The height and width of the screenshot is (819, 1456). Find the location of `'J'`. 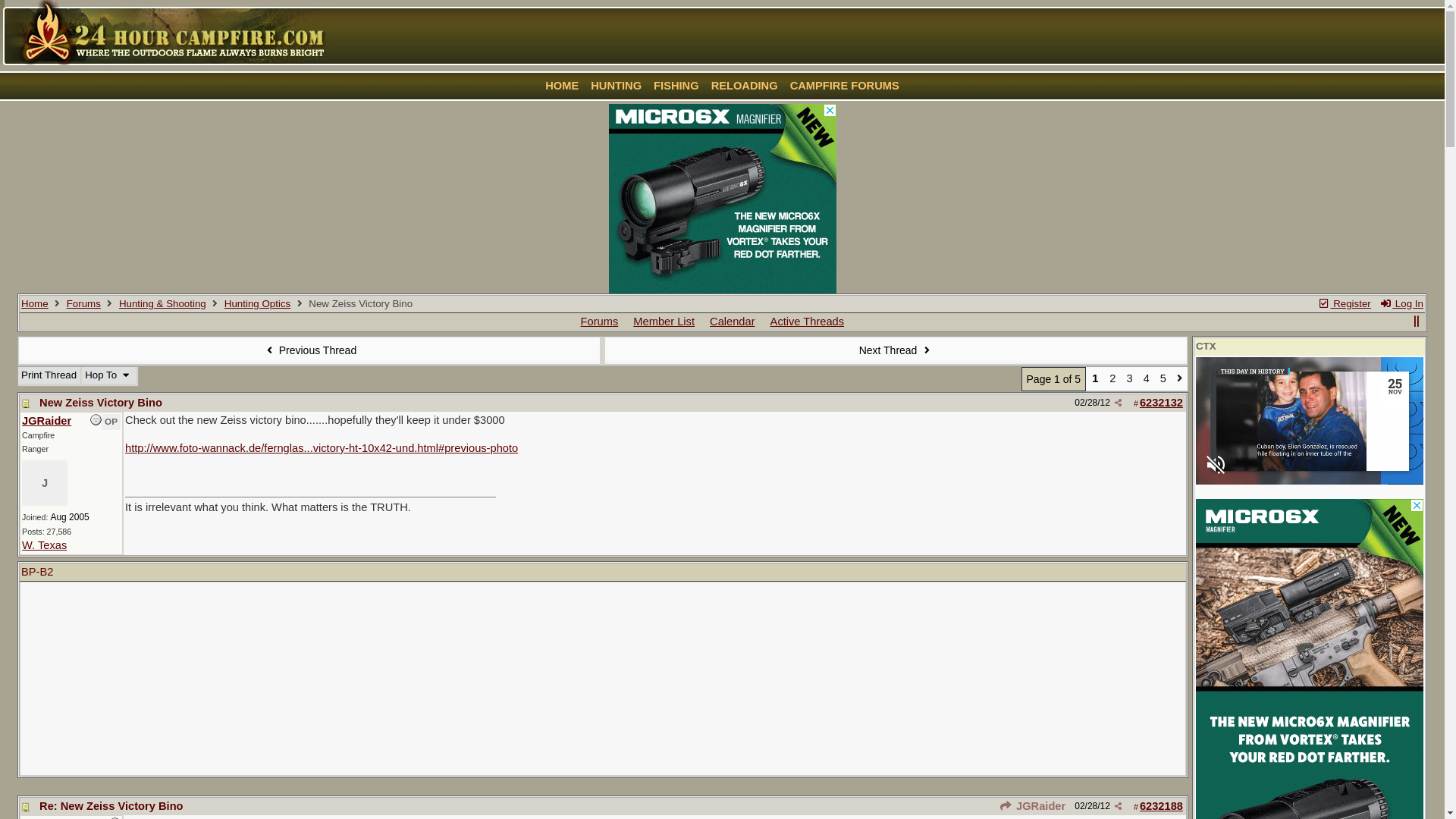

'J' is located at coordinates (44, 482).